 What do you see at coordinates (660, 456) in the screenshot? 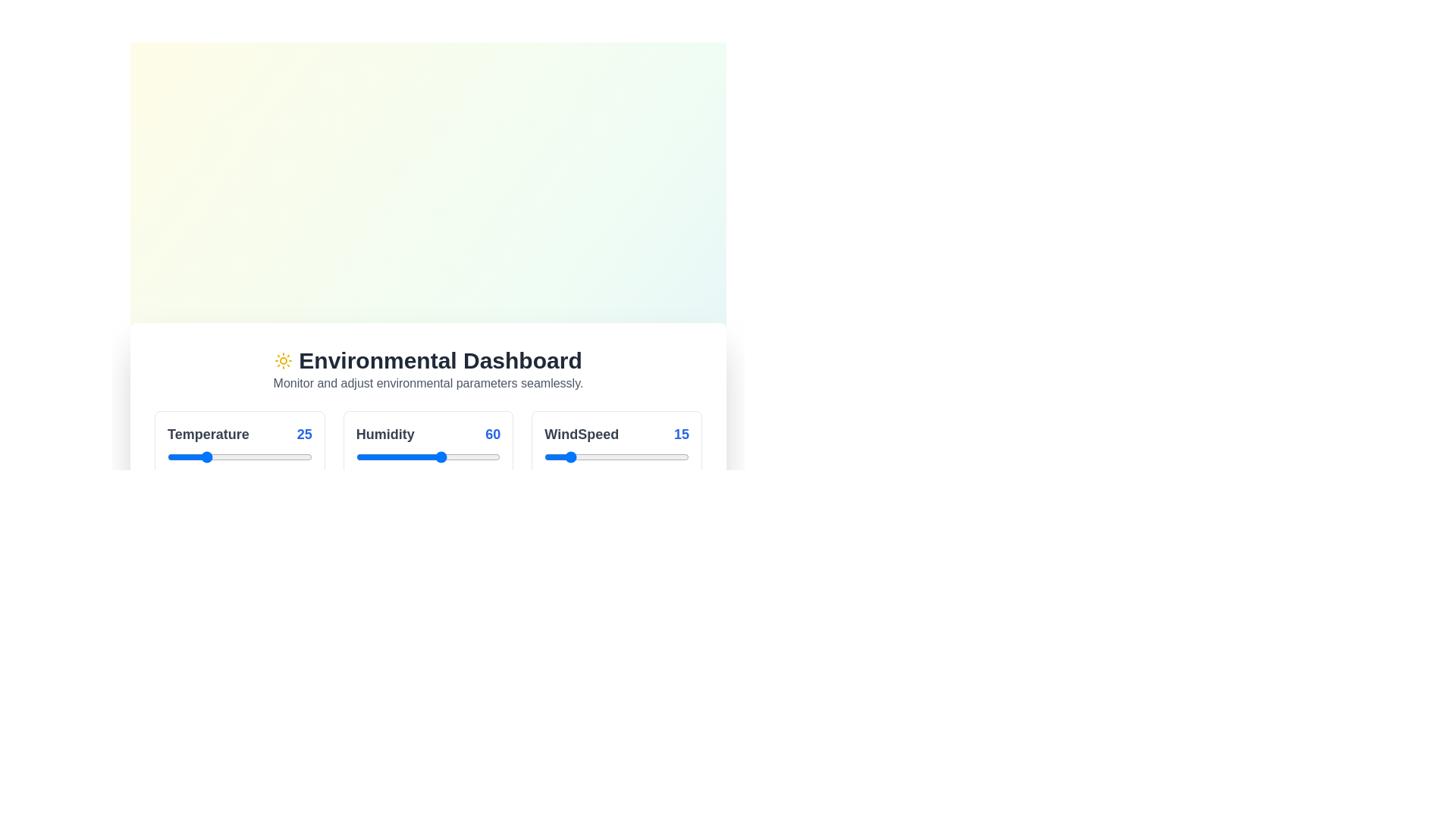
I see `the Wind Speed slider` at bounding box center [660, 456].